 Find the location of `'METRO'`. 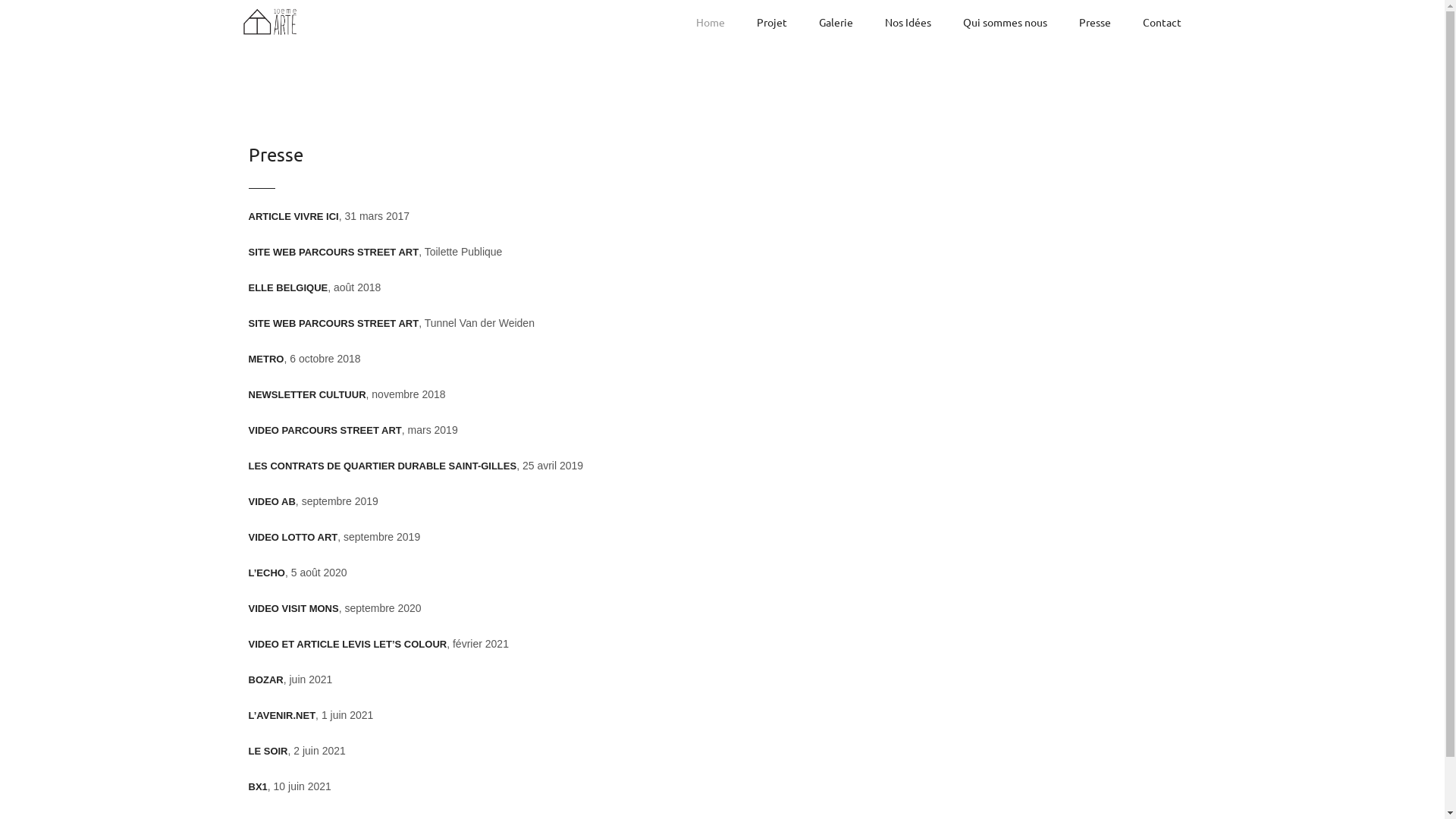

'METRO' is located at coordinates (266, 359).